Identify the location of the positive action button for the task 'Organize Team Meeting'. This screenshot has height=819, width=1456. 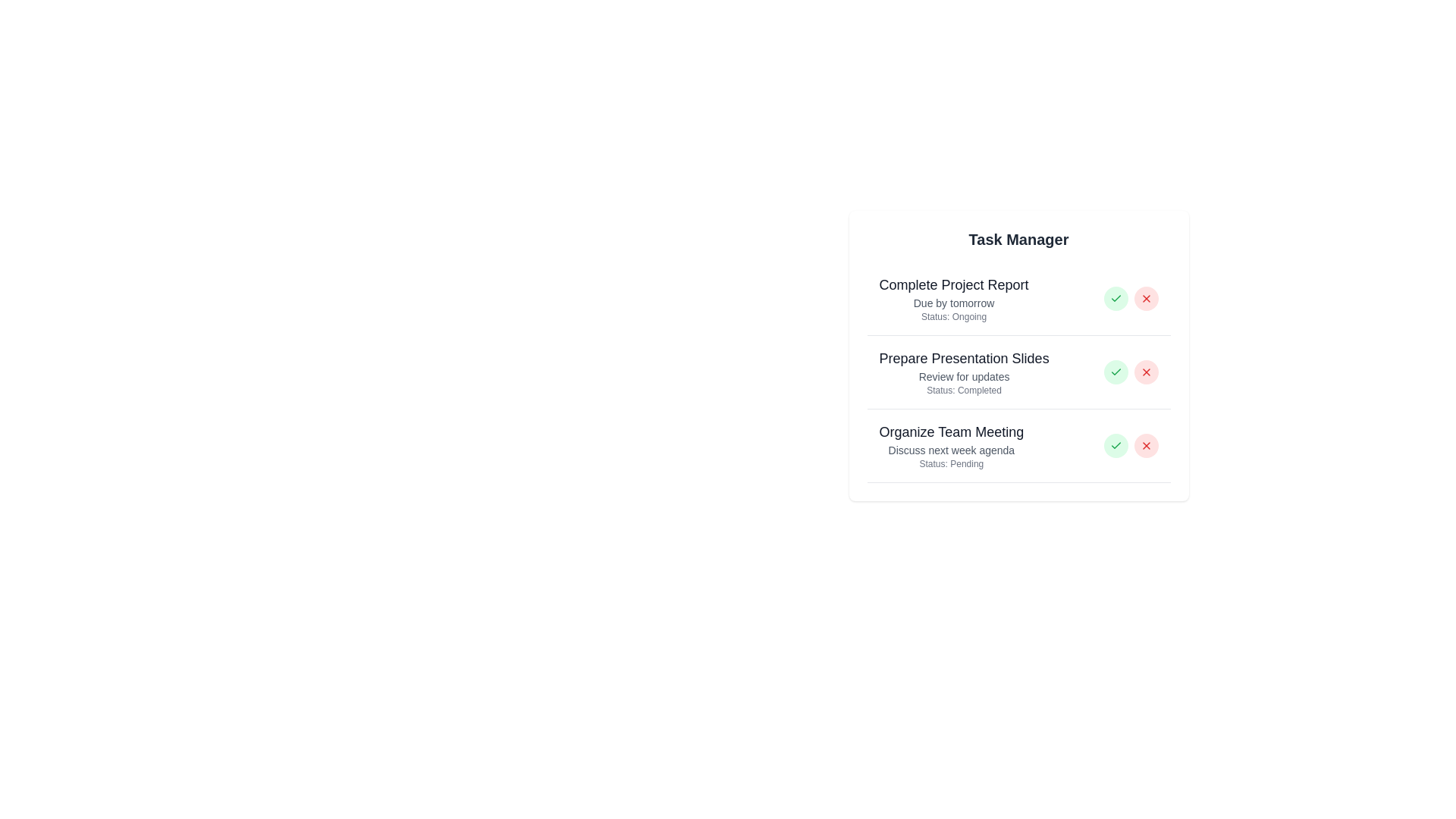
(1116, 444).